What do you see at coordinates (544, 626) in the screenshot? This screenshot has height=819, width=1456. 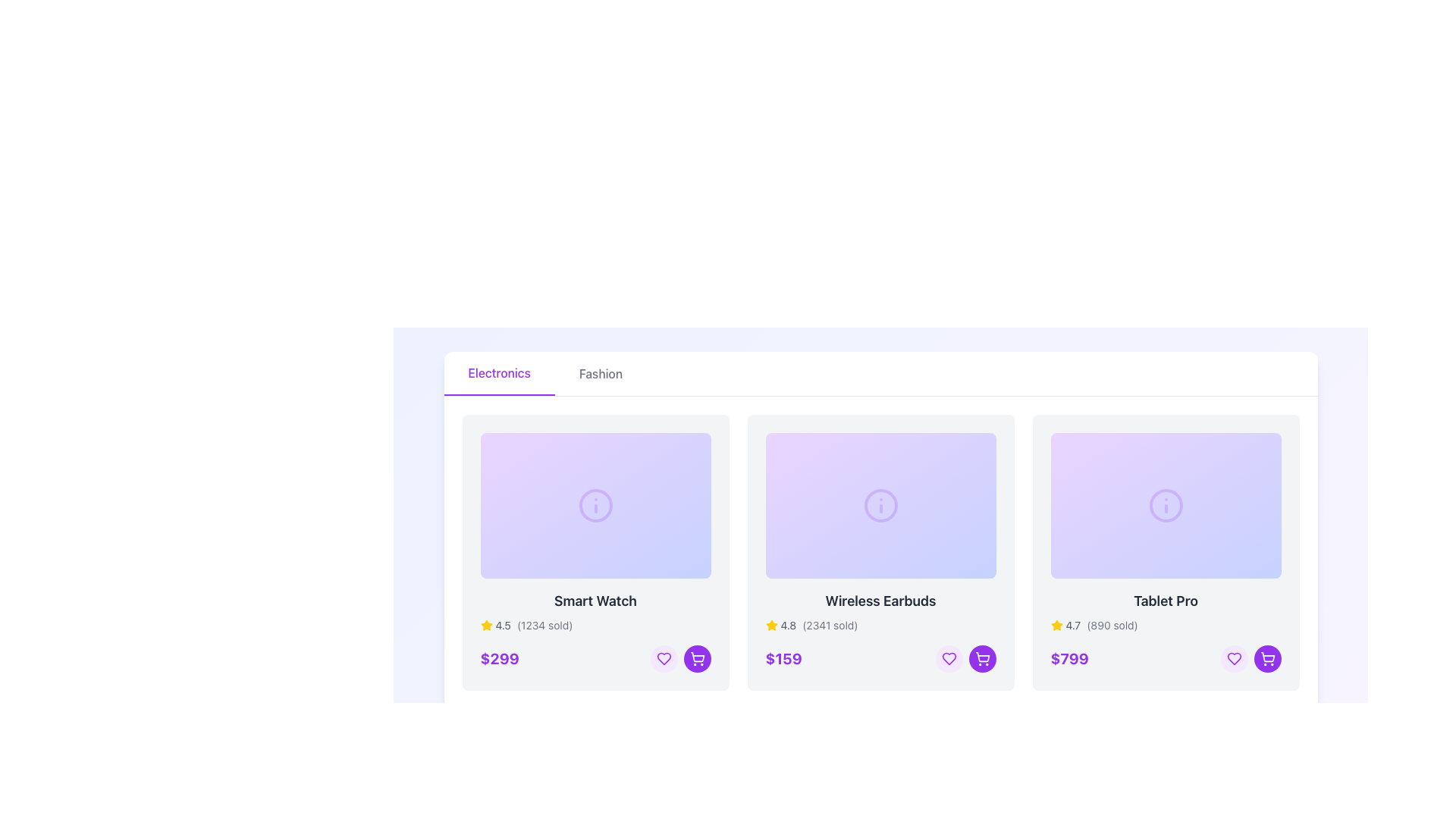 I see `the text label indicating the number of units sold for the product, located under the product image within the first product card, following the rating value (4.5)` at bounding box center [544, 626].